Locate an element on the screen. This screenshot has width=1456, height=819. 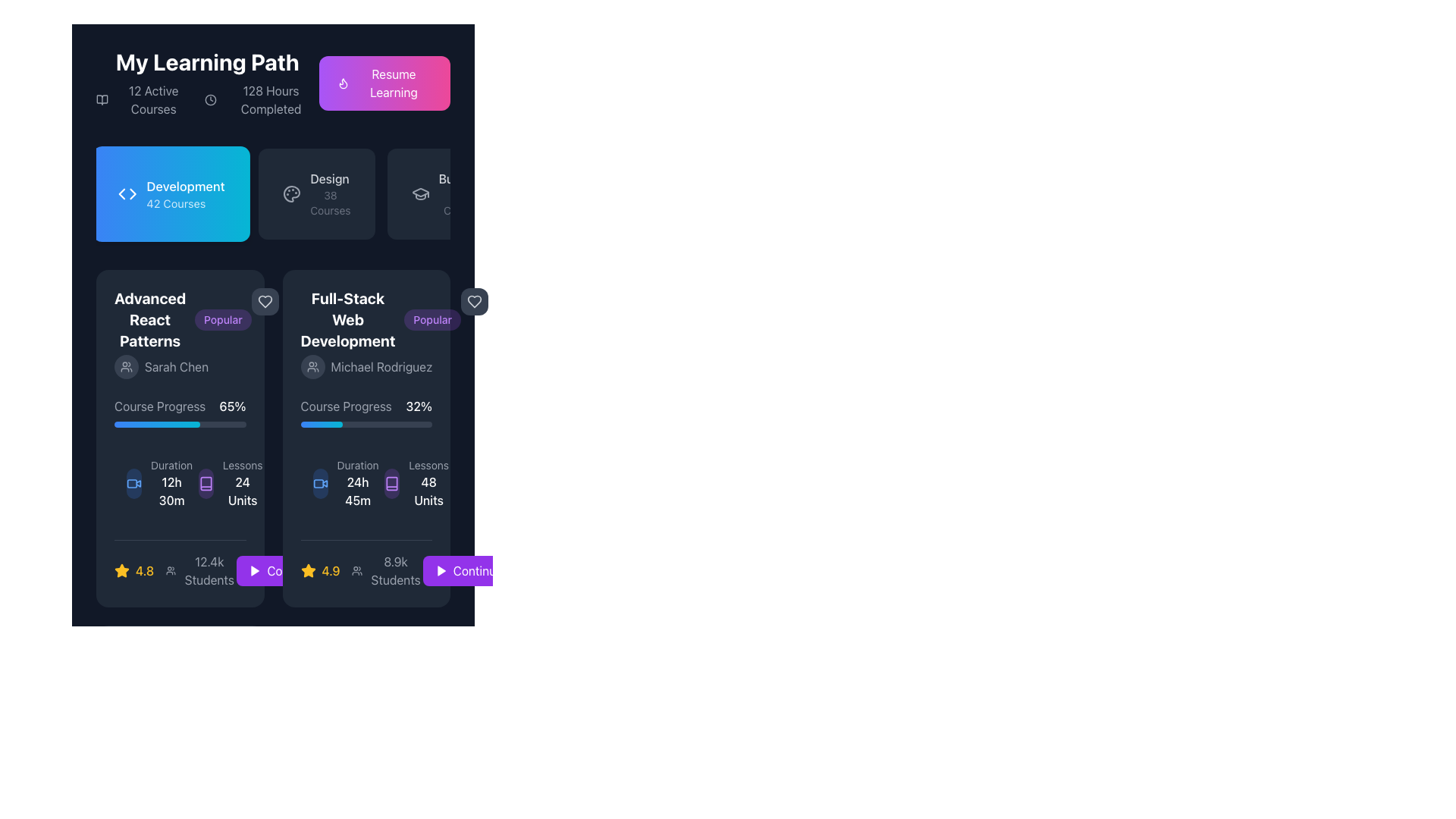
the 'Duration' label which displays '12h 30m' in white text below 'Duration' in light gray, located towards the bottom left of the 'Advanced React Patterns' card is located at coordinates (171, 483).